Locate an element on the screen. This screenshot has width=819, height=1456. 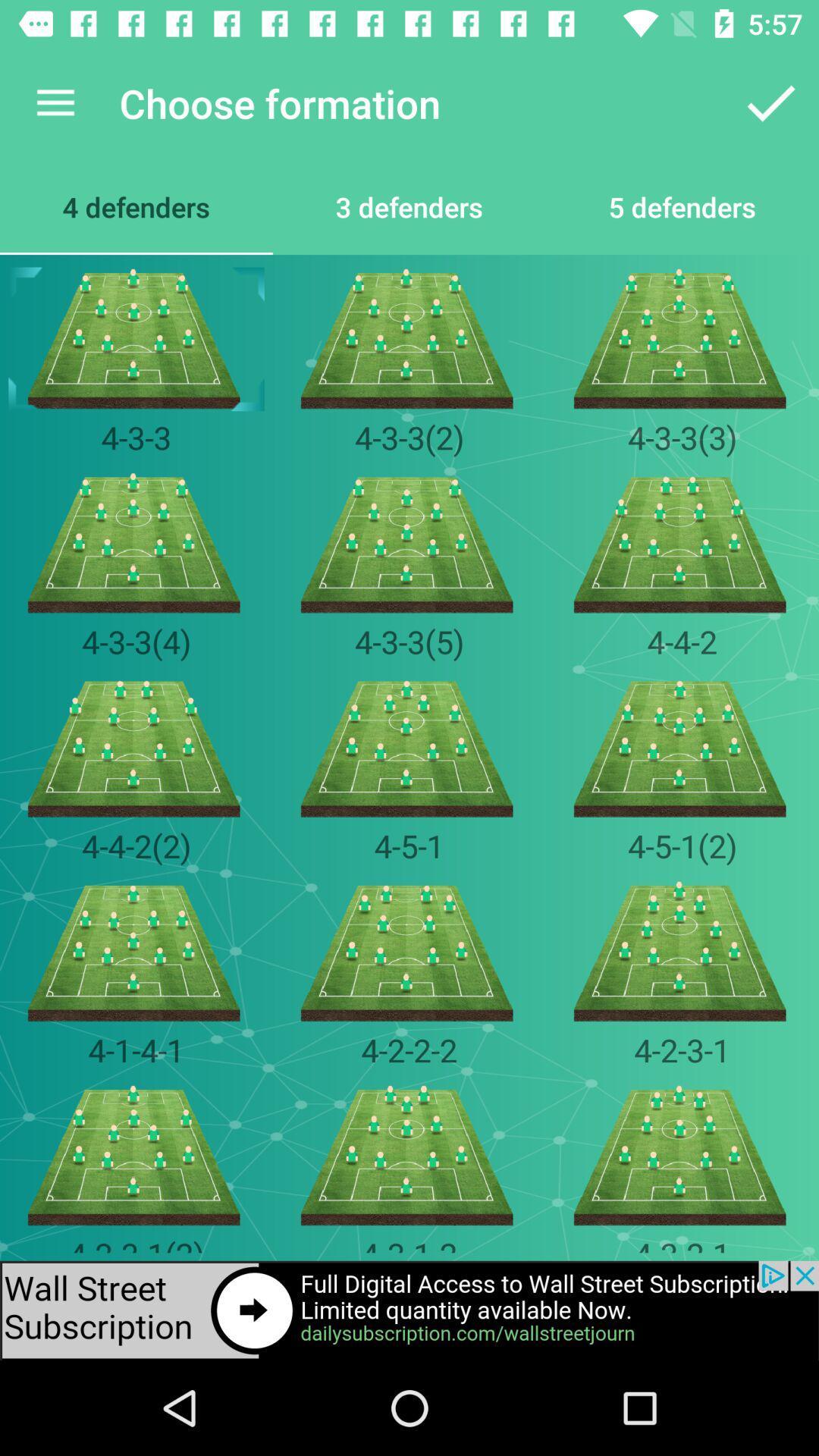
advertisement for subscription is located at coordinates (409, 1310).